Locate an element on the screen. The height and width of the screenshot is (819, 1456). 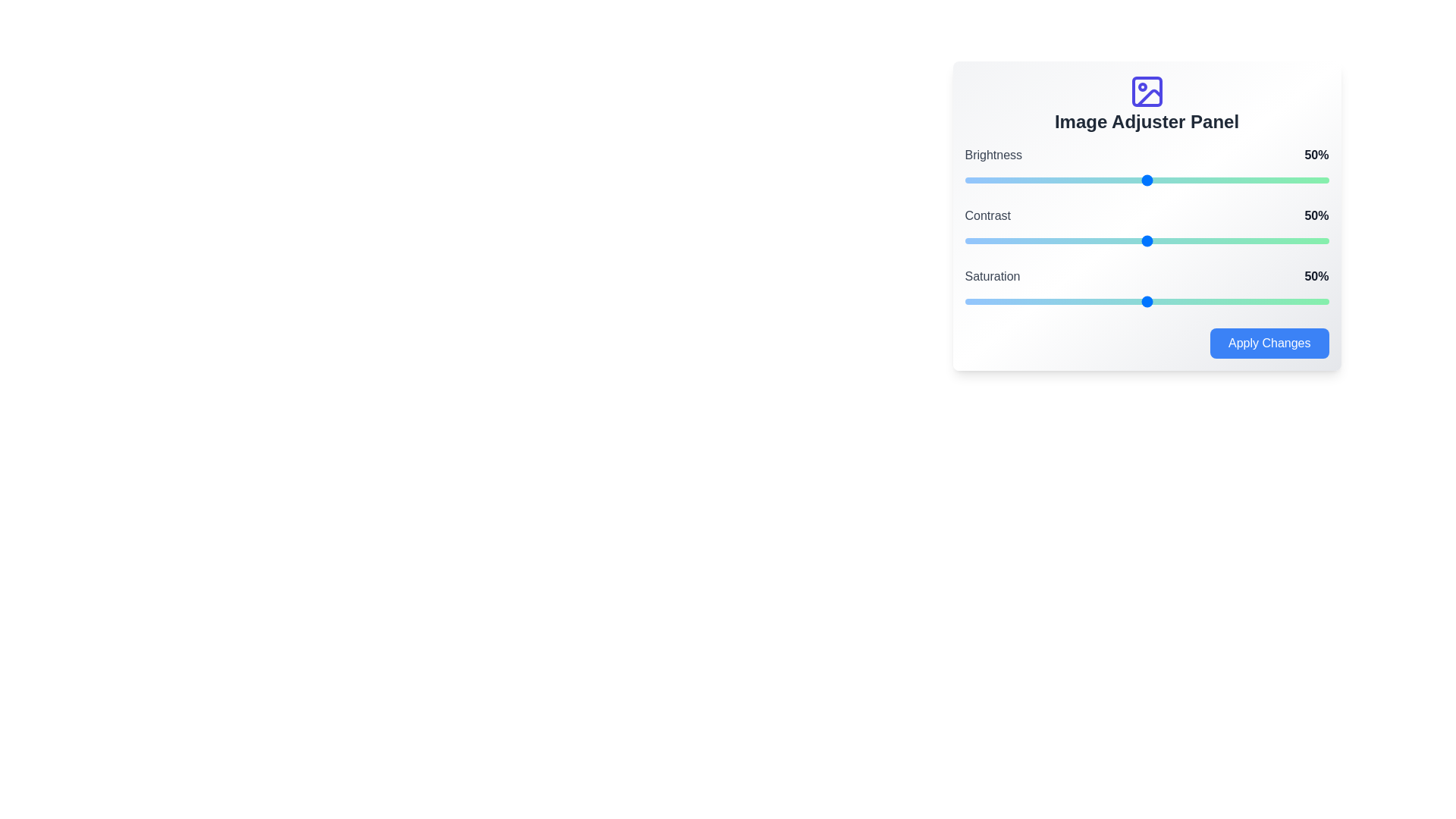
the brightness slider to 2% is located at coordinates (972, 180).